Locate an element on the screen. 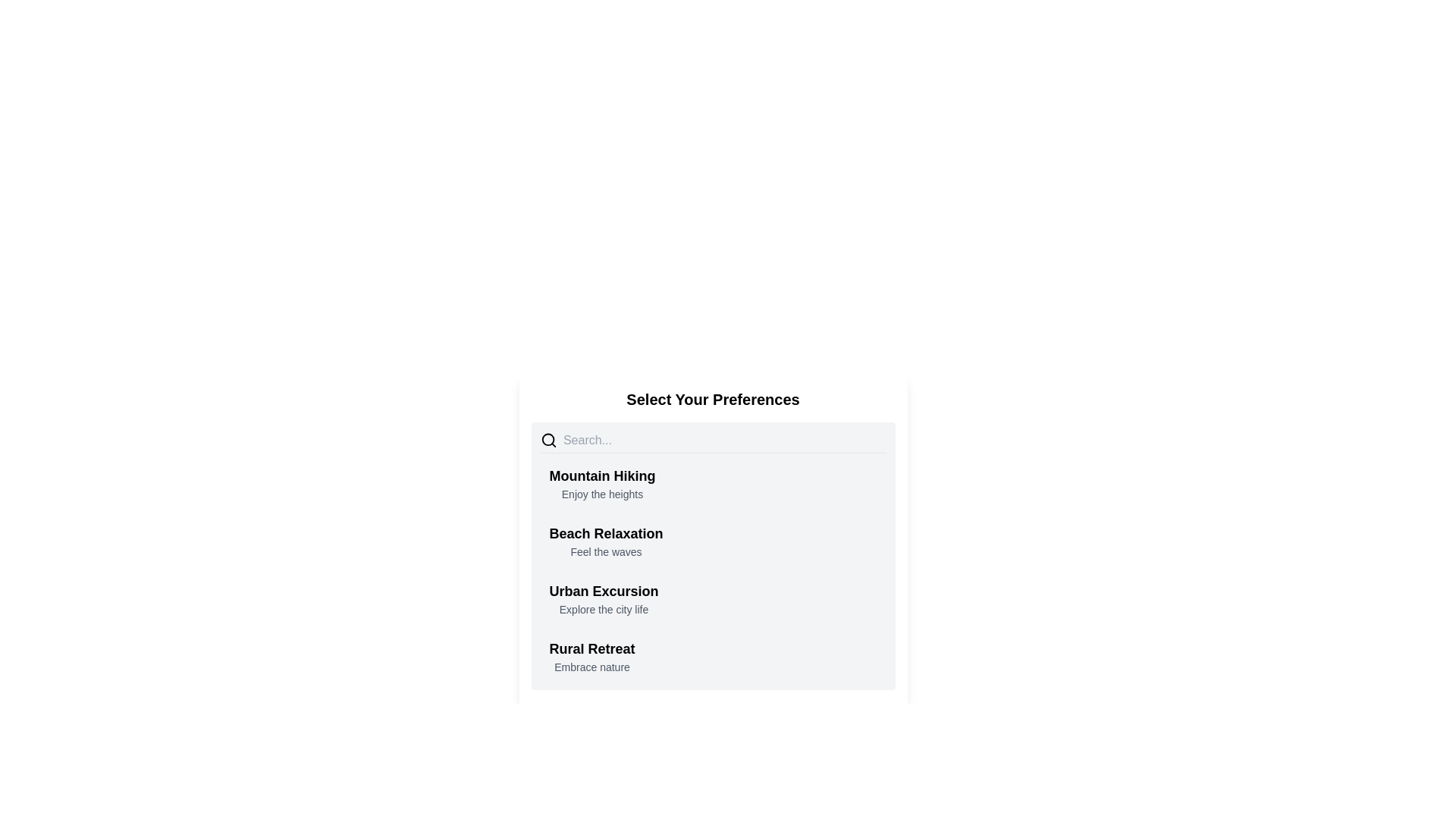 Image resolution: width=1456 pixels, height=819 pixels. the text label displaying 'Urban Excursion', which is prominently placed in a bold font at the top of a preferences selection list is located at coordinates (603, 590).